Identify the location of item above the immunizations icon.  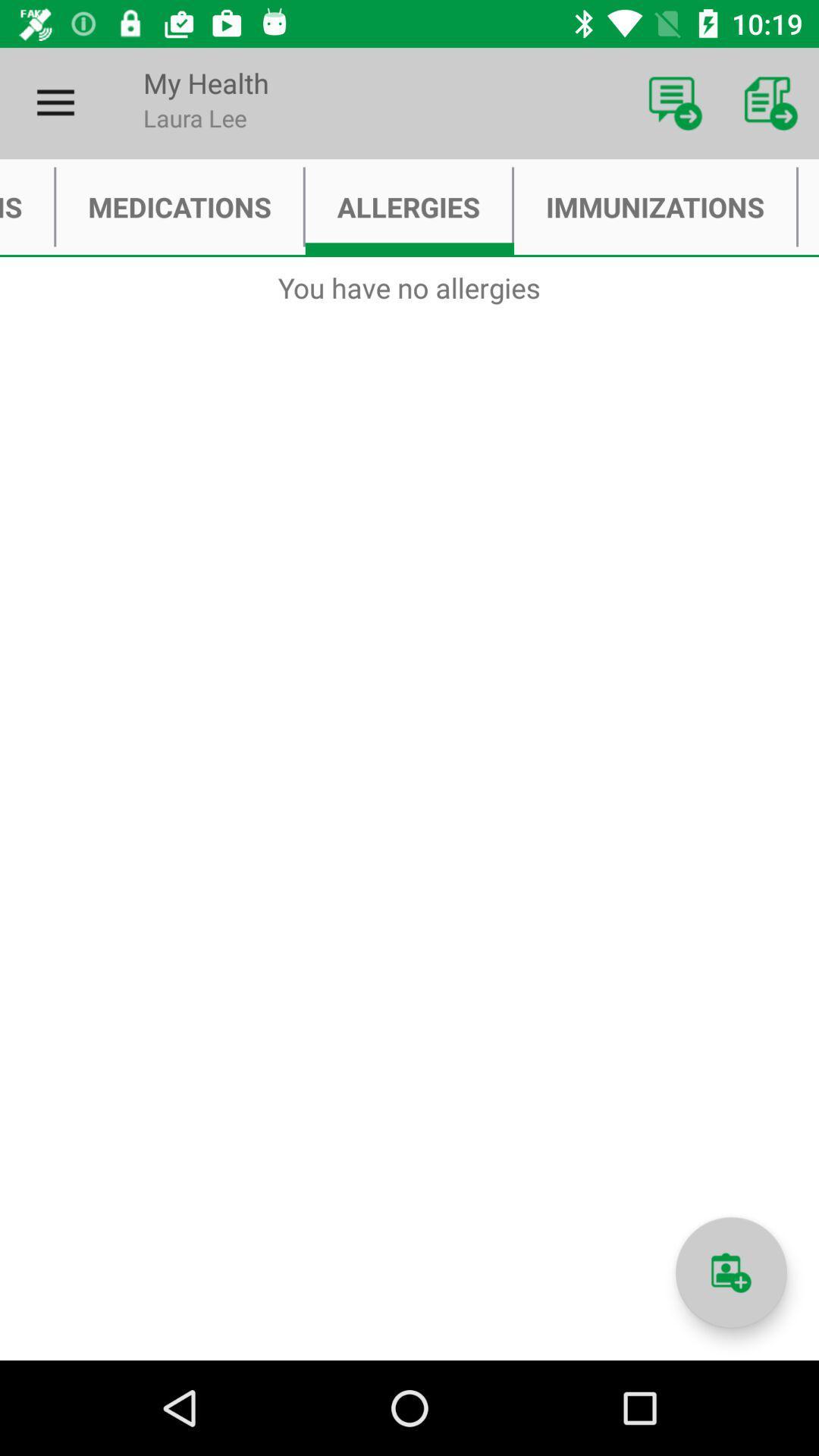
(675, 102).